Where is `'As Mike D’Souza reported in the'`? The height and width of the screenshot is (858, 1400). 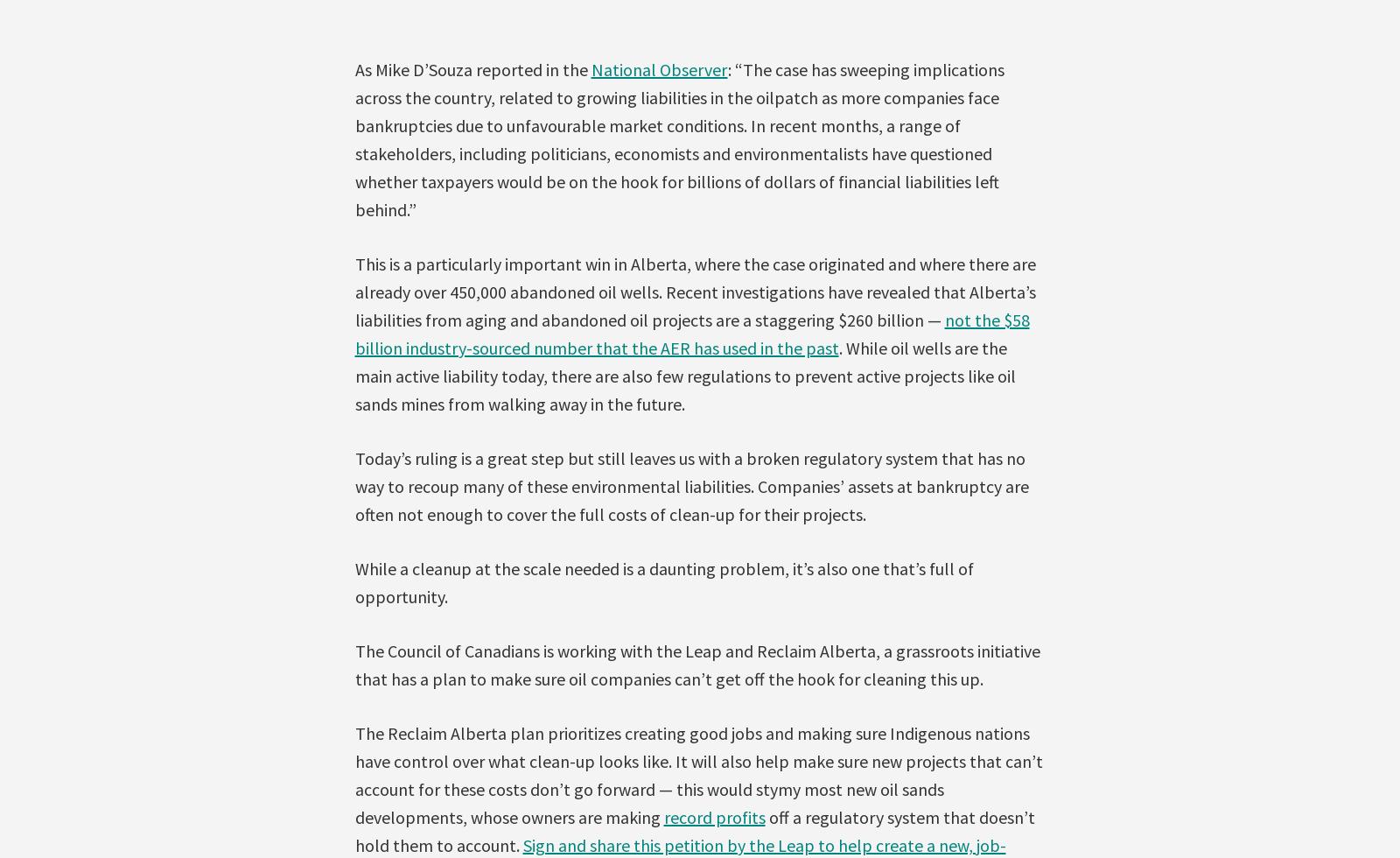 'As Mike D’Souza reported in the' is located at coordinates (472, 68).